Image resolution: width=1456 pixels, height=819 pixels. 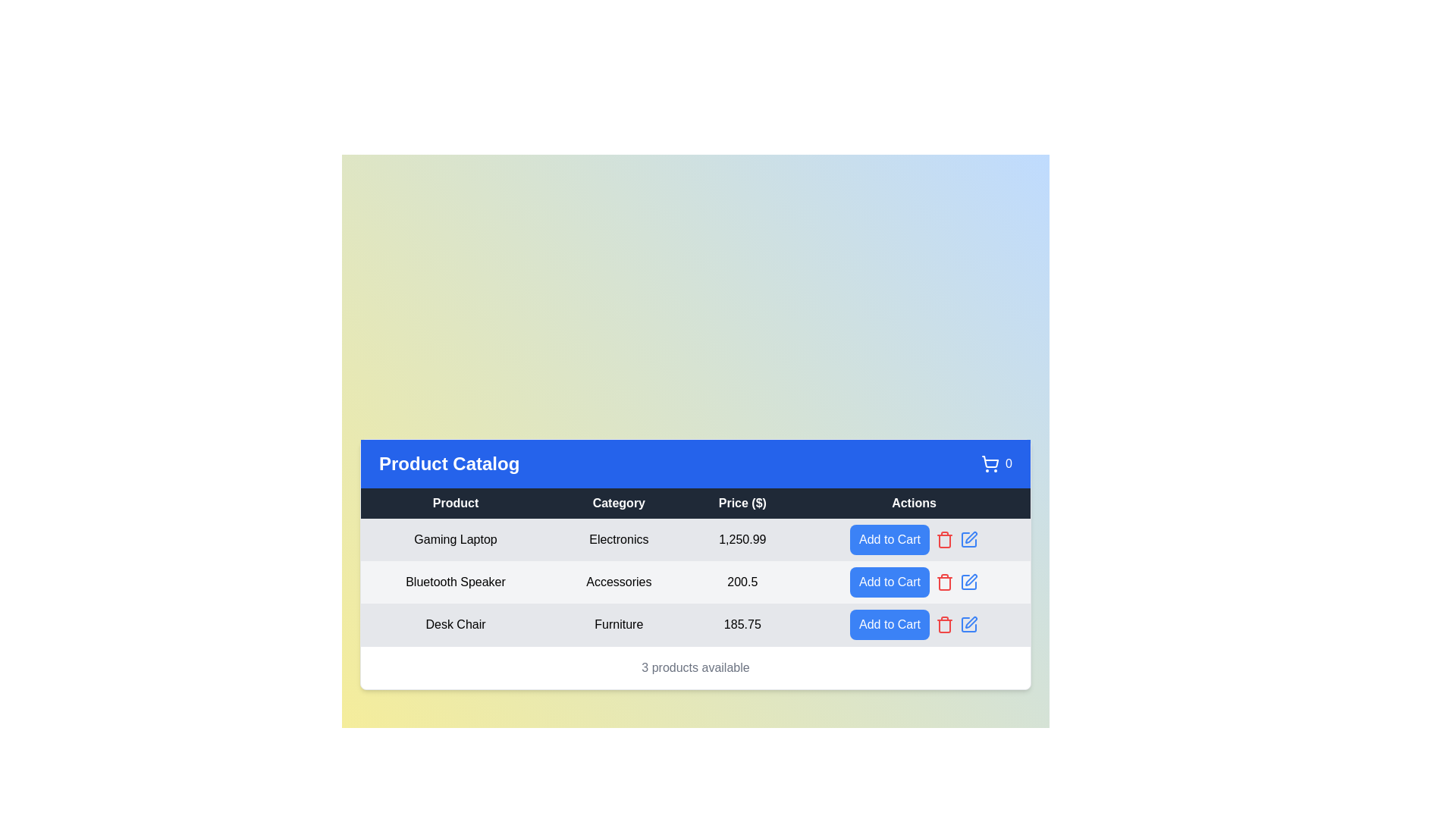 What do you see at coordinates (742, 624) in the screenshot?
I see `the static text label displaying the numeric value '185.75' in the 'Price ($)' column of the product catalog table` at bounding box center [742, 624].